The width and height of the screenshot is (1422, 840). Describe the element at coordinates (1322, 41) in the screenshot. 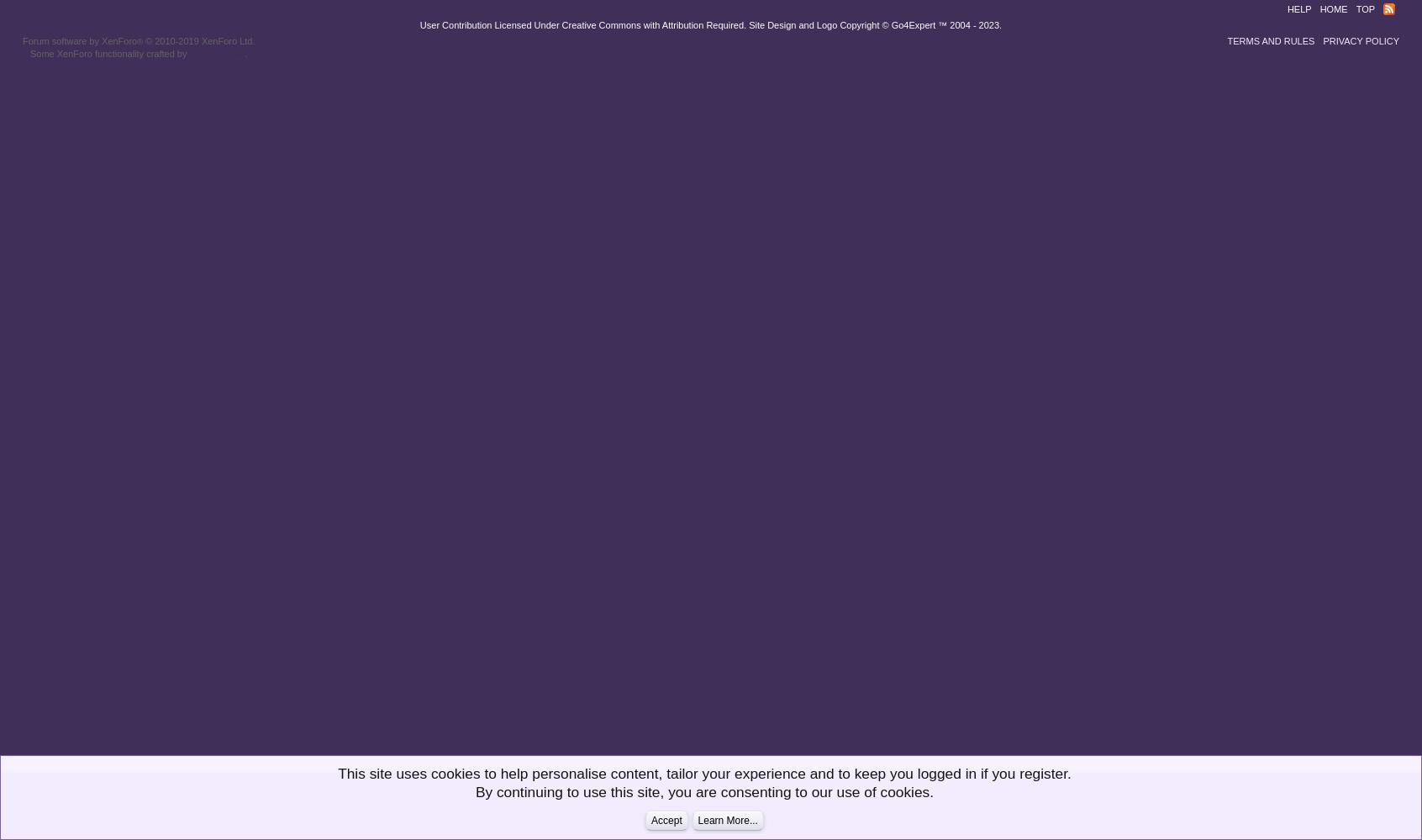

I see `'Privacy Policy'` at that location.